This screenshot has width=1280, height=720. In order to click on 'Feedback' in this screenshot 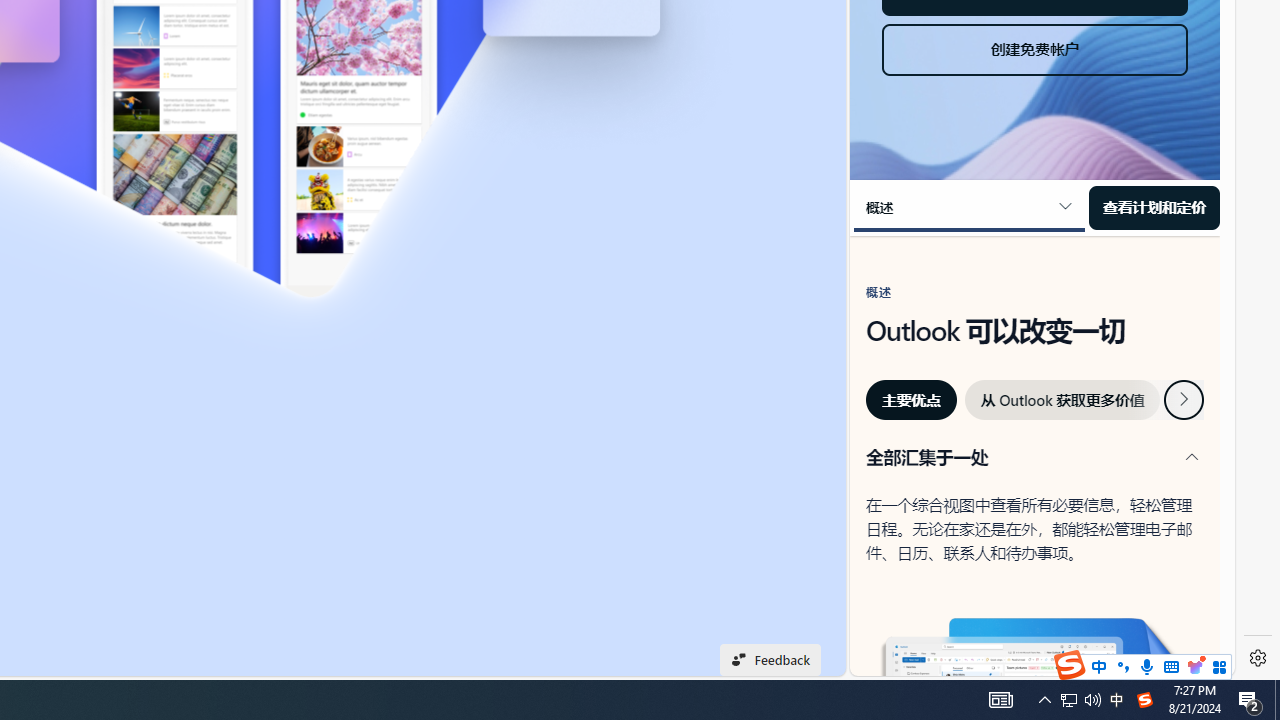, I will do `click(768, 659)`.